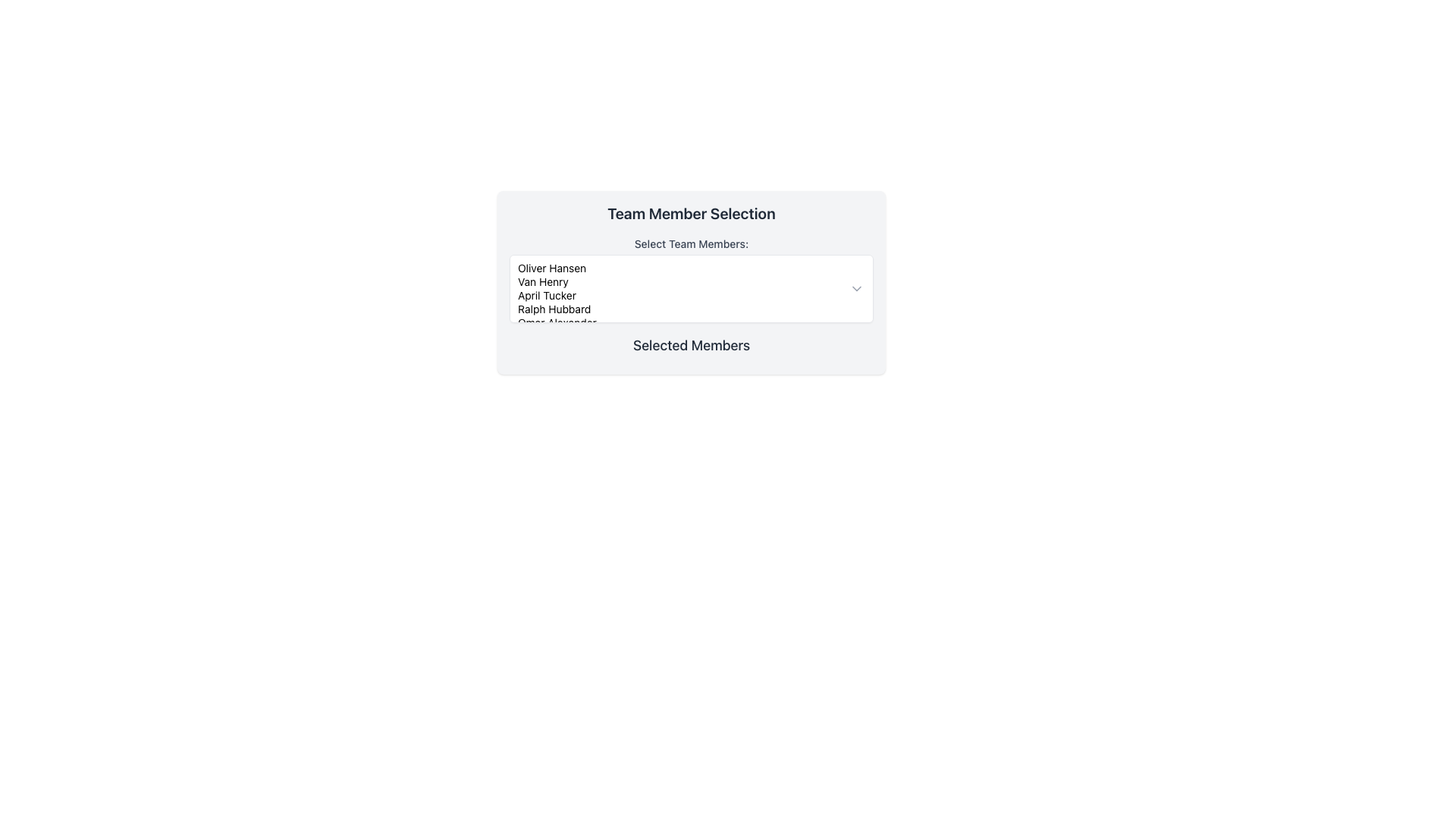 Image resolution: width=1456 pixels, height=819 pixels. What do you see at coordinates (679, 281) in the screenshot?
I see `the dropdown menu item labeled 'Van Henry'` at bounding box center [679, 281].